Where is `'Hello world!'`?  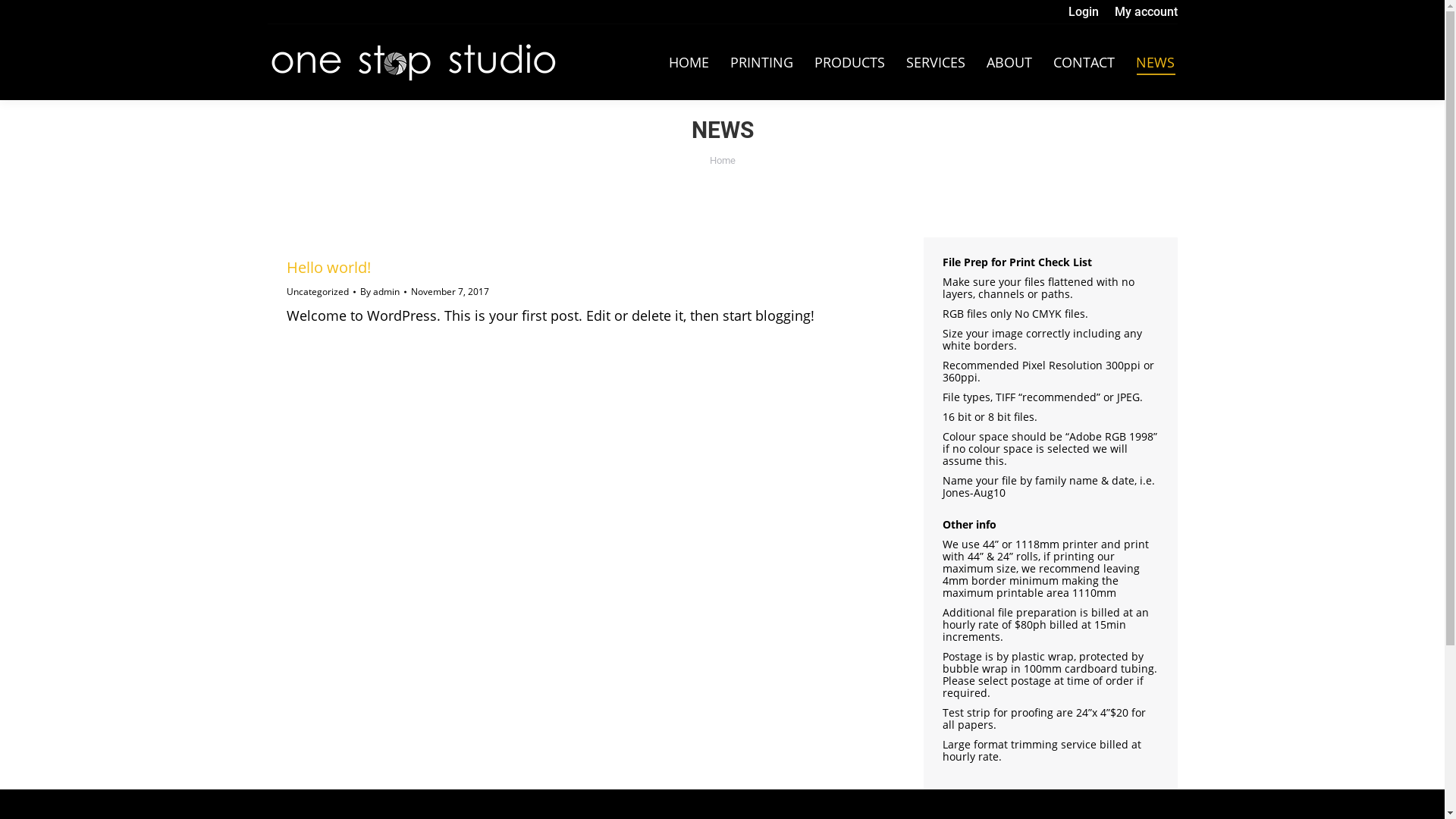 'Hello world!' is located at coordinates (287, 266).